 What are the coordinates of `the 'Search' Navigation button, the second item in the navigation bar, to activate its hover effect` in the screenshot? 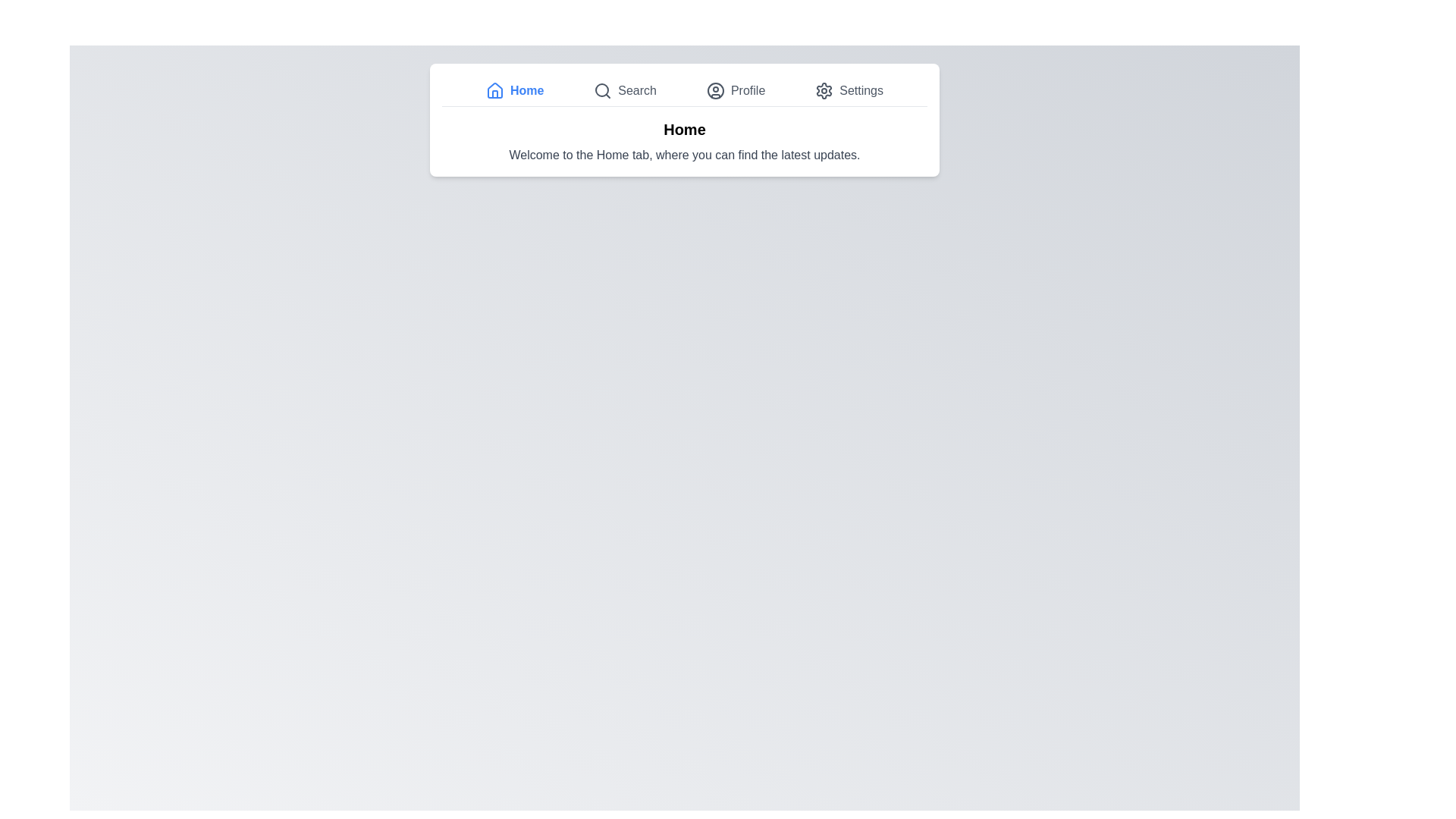 It's located at (625, 90).